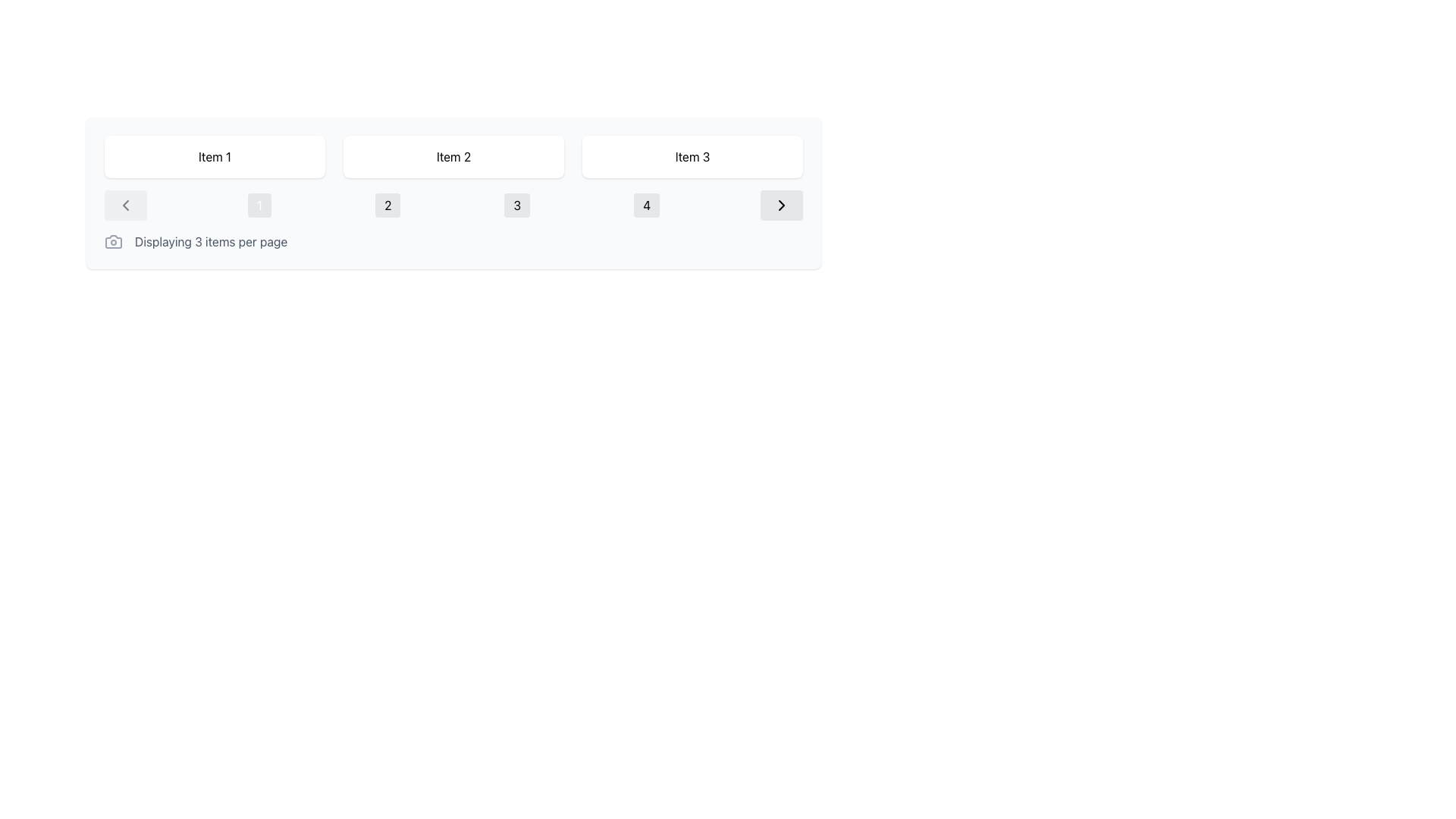 The height and width of the screenshot is (819, 1456). I want to click on the text label displaying 'Displaying 3 items per page' located in the bottom-left of the pagination section, adjacent to the camera icon, so click(210, 241).